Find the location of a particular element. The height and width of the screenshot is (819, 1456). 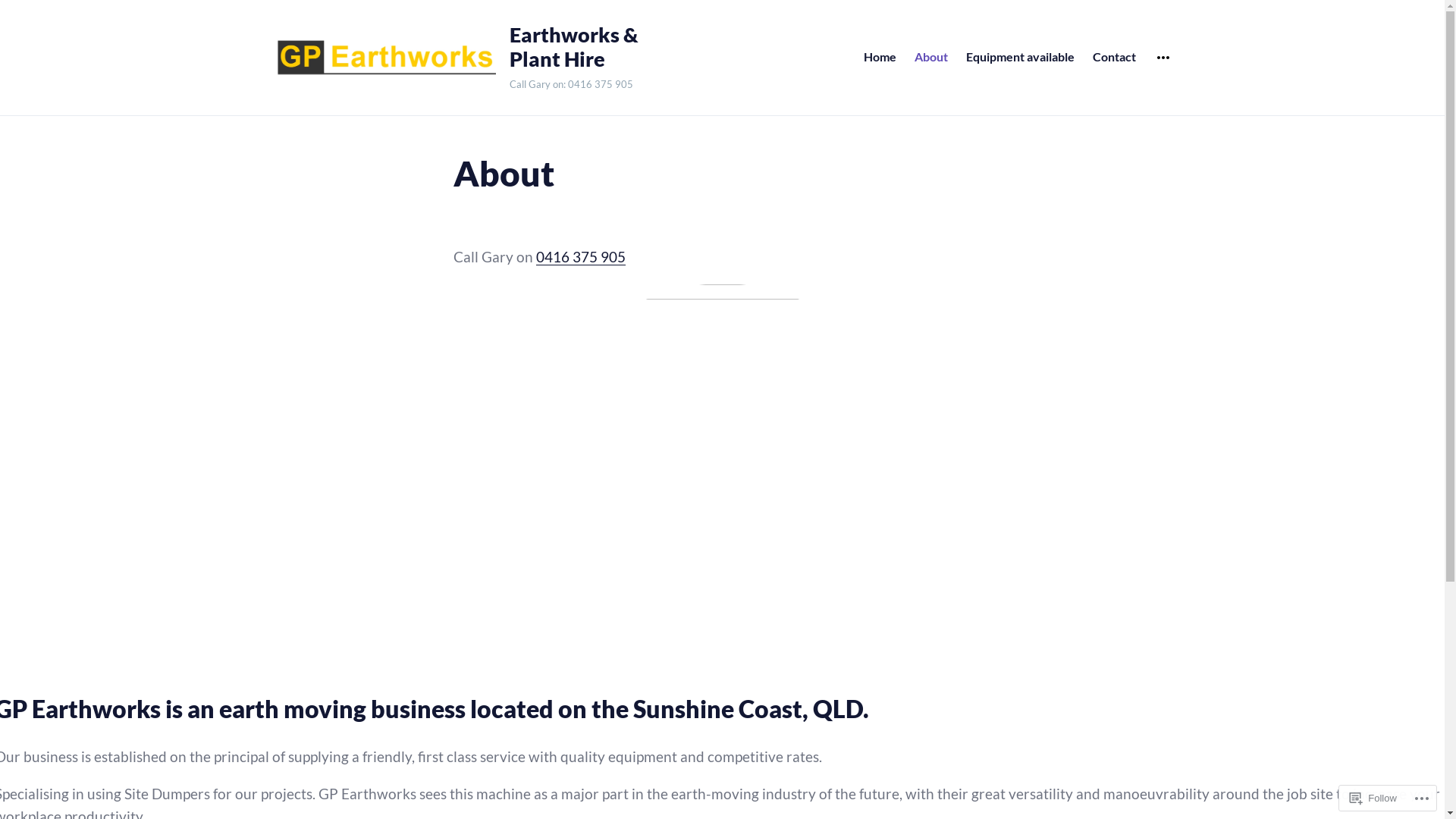

'About' is located at coordinates (930, 56).